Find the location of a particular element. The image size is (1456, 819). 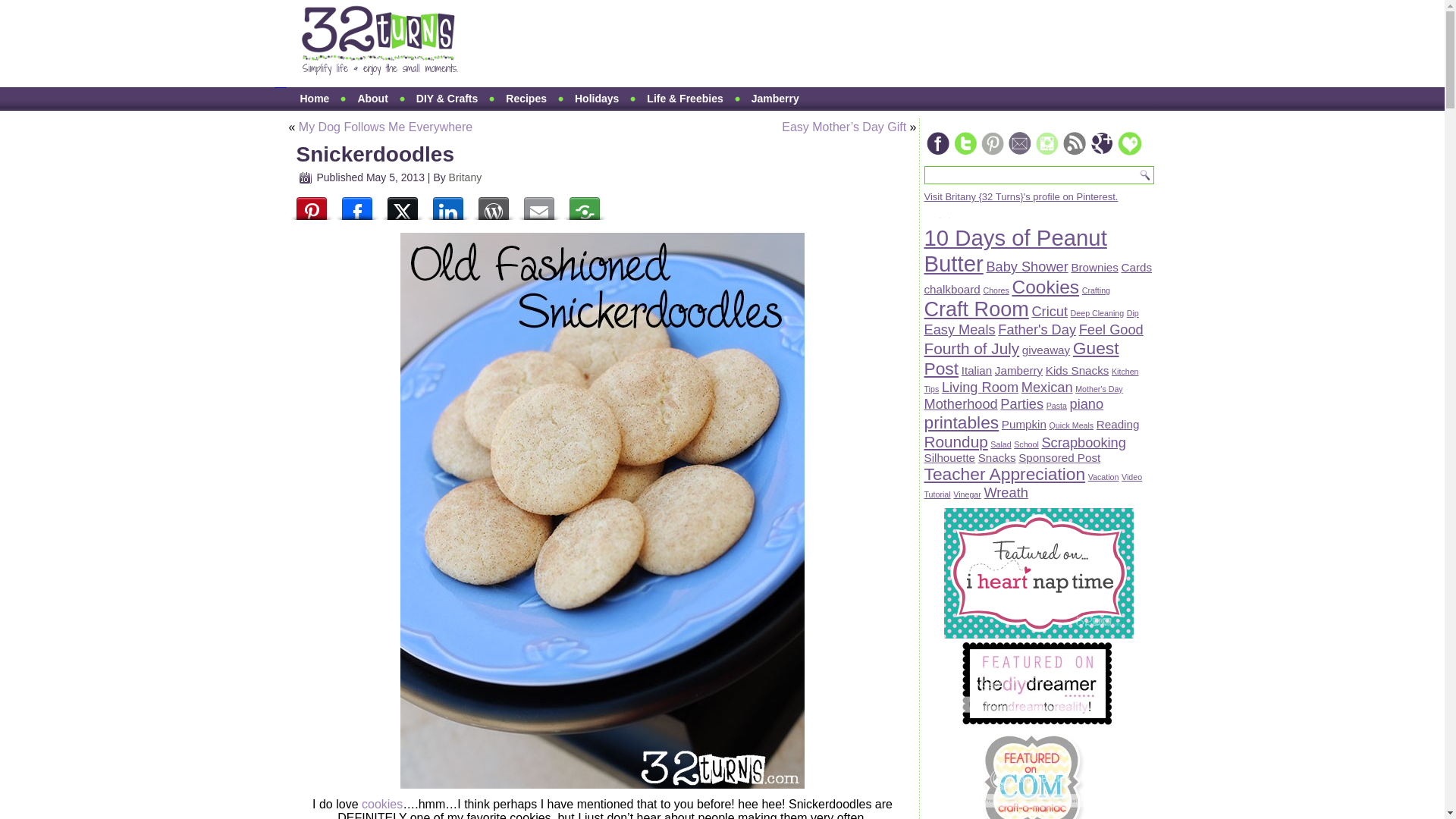

'Brownies' is located at coordinates (1069, 266).